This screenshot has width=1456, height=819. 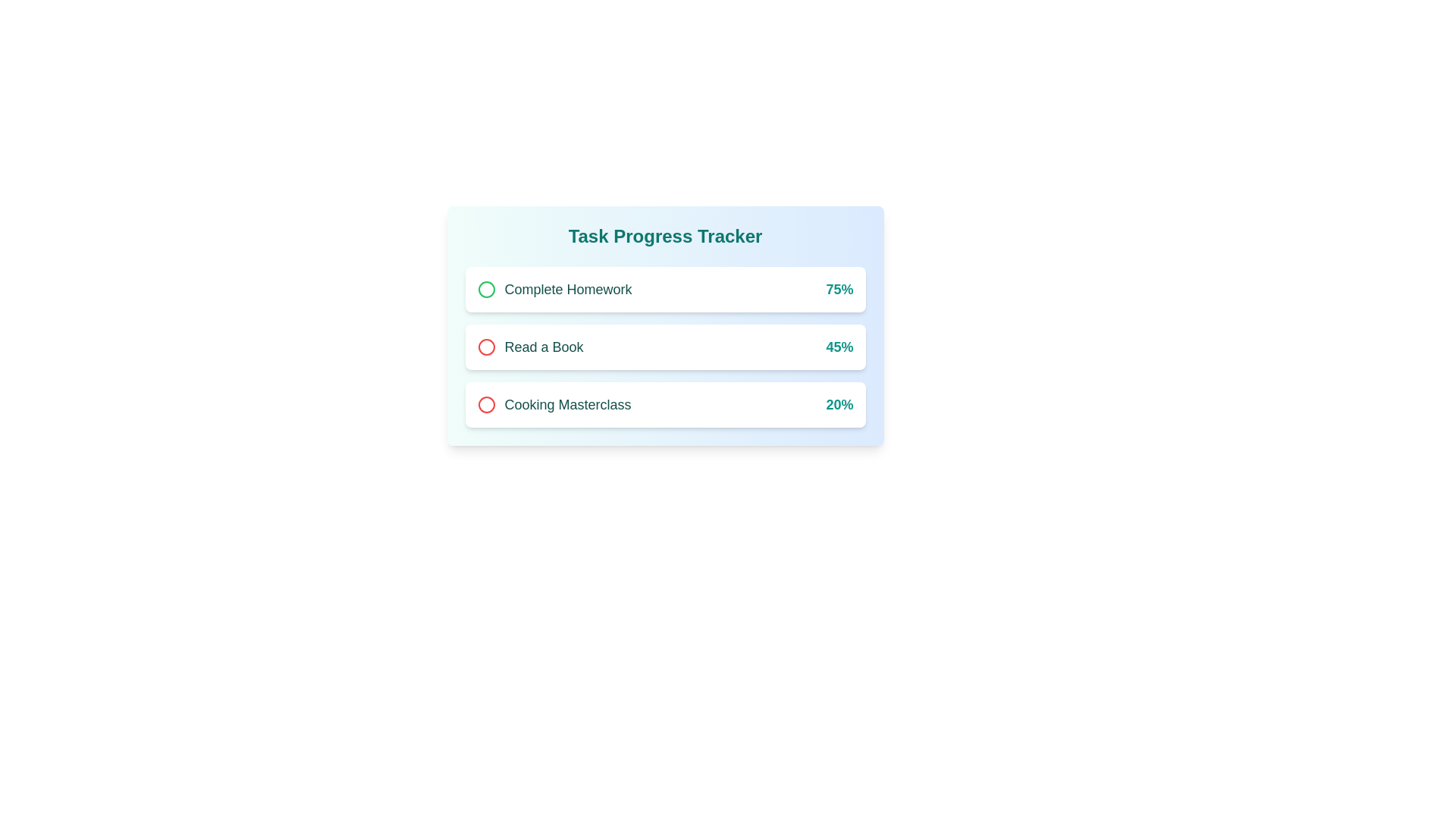 I want to click on the red circular icon with the text 'Cooking Masterclass' in bold teal font, which is the third entry in the task tracker interface, so click(x=553, y=403).